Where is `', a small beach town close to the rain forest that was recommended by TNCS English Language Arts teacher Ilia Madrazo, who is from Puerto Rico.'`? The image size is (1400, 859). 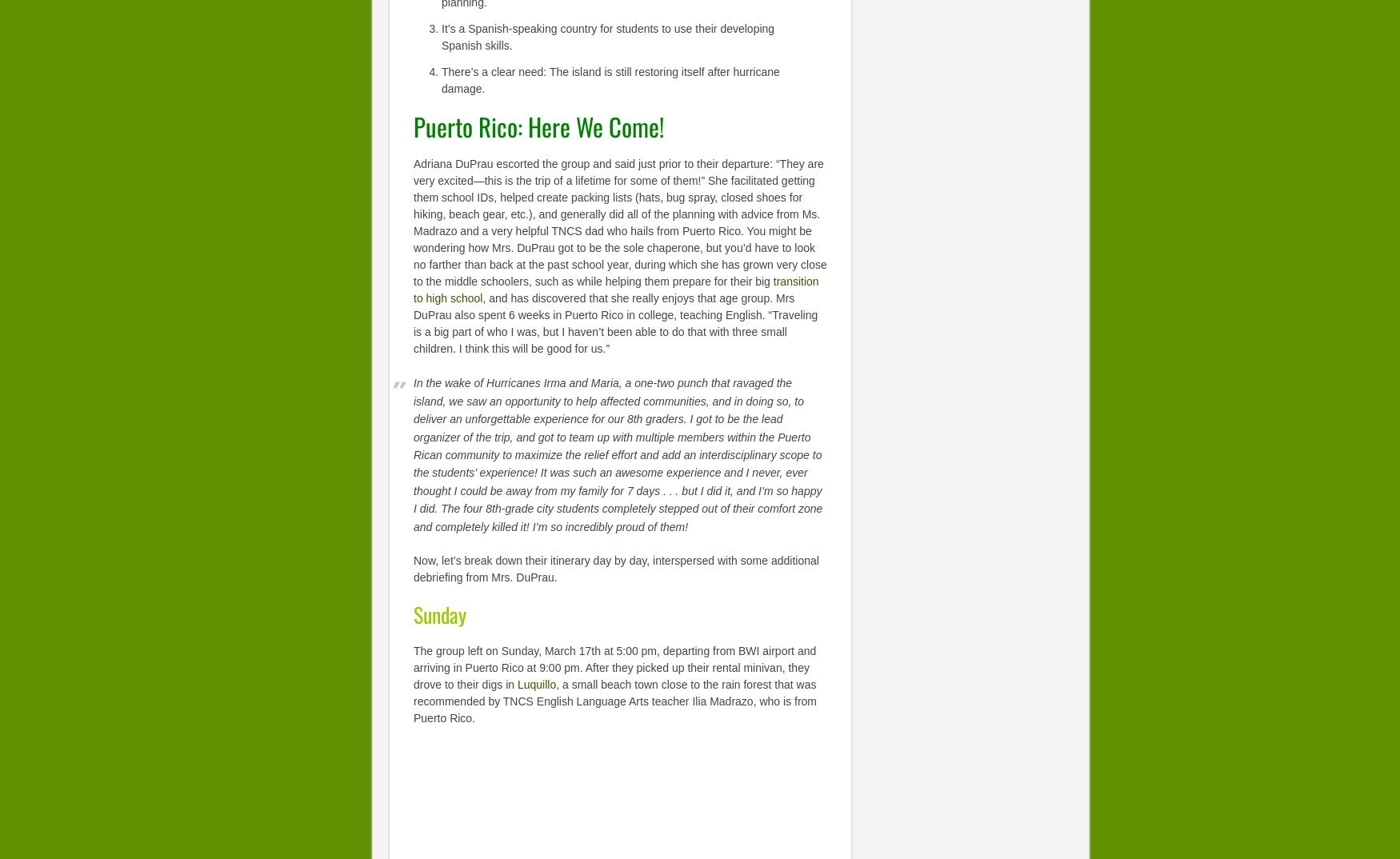
', a small beach town close to the rain forest that was recommended by TNCS English Language Arts teacher Ilia Madrazo, who is from Puerto Rico.' is located at coordinates (614, 701).